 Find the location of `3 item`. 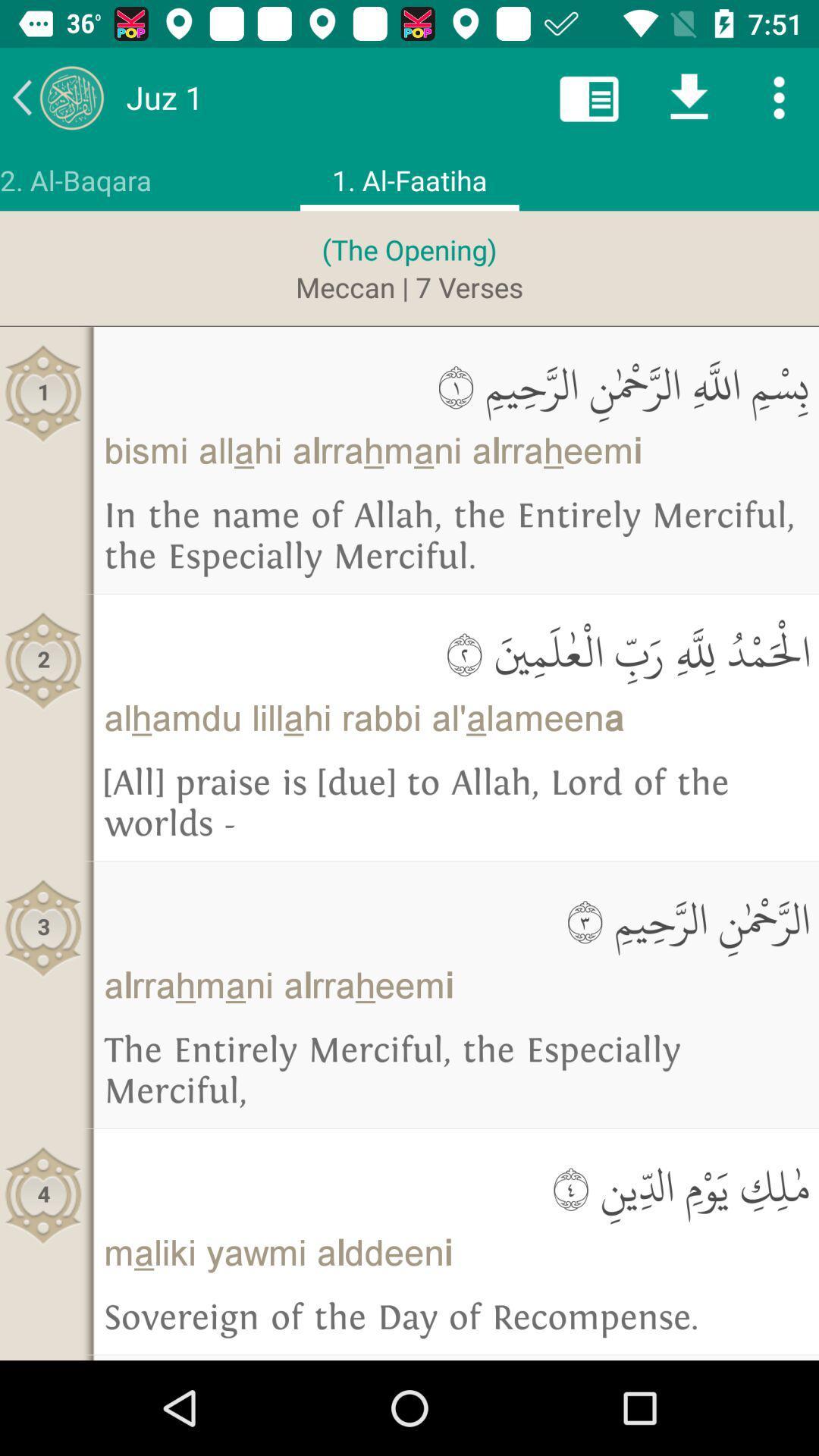

3 item is located at coordinates (42, 927).